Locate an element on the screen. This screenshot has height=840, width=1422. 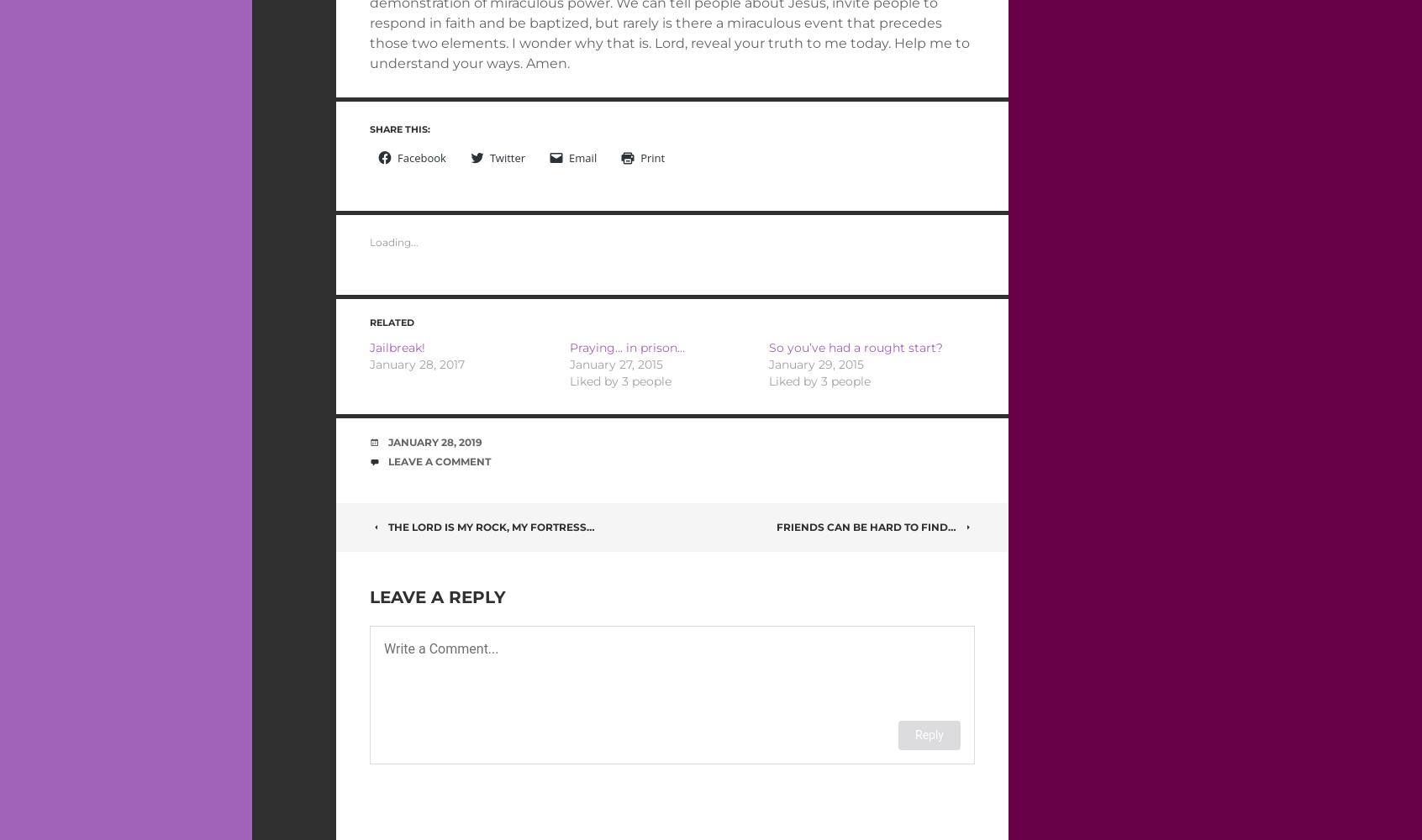
'Loading...' is located at coordinates (393, 242).